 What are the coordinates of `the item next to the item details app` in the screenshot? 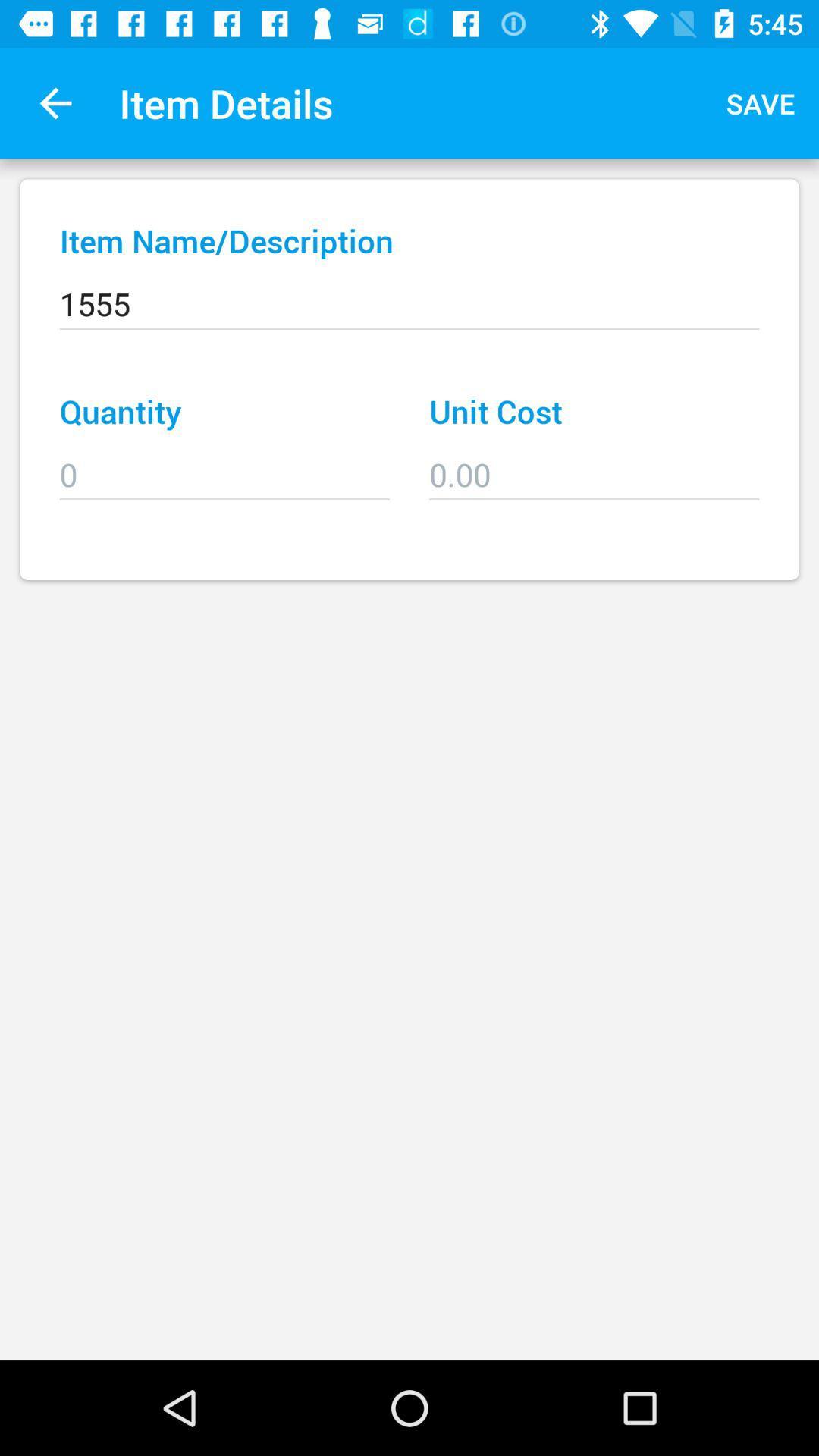 It's located at (55, 102).